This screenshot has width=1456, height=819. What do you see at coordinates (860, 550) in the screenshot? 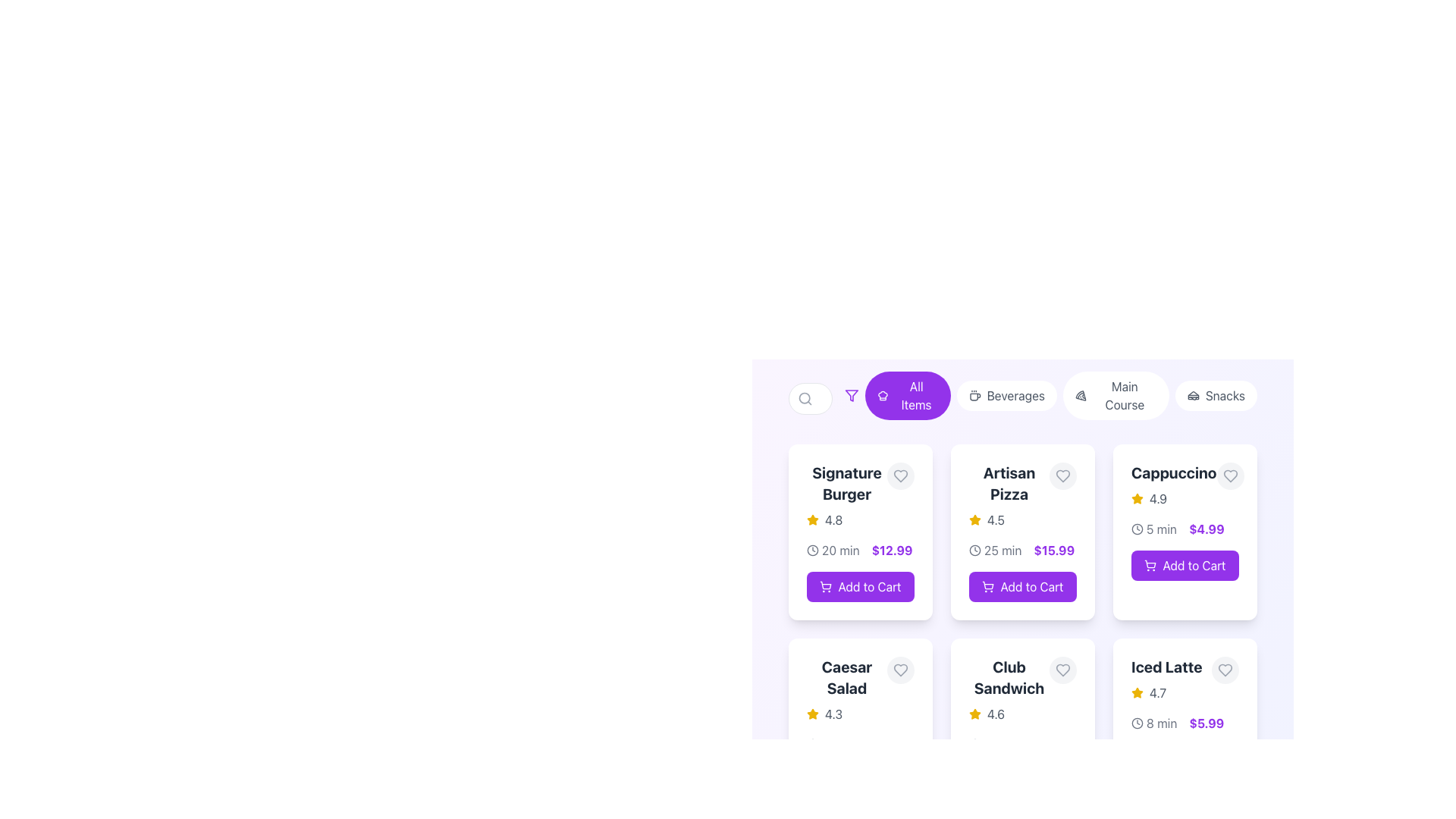
I see `the informational label displaying the time indicator and price in bold, purple font, located within the 'Signature Burger' card, beneath the rating and above the 'Add to Cart' button` at bounding box center [860, 550].